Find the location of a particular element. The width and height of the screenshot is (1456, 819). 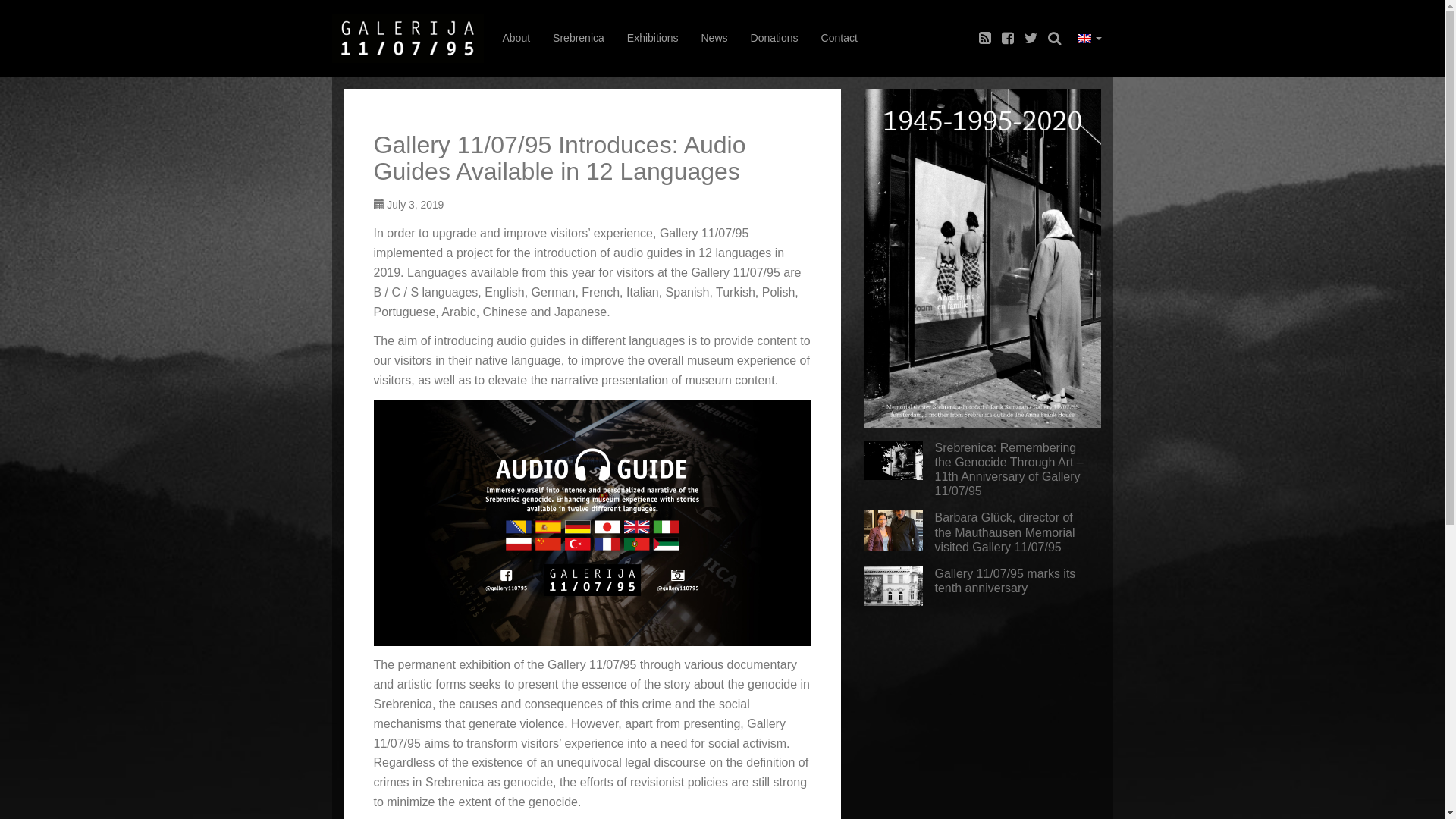

'twitter' is located at coordinates (1031, 37).